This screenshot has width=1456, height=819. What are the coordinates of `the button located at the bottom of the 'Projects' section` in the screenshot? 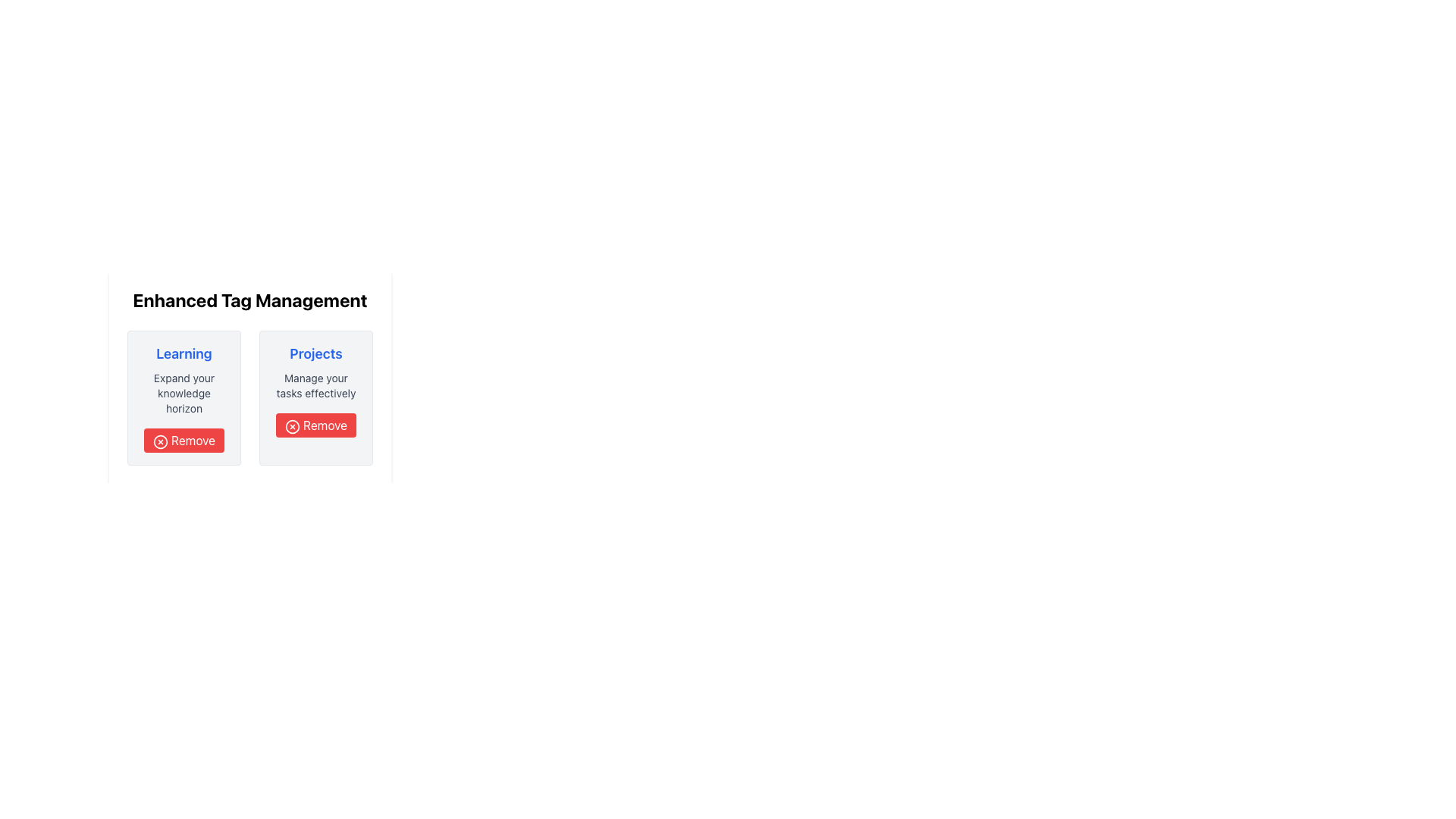 It's located at (315, 425).